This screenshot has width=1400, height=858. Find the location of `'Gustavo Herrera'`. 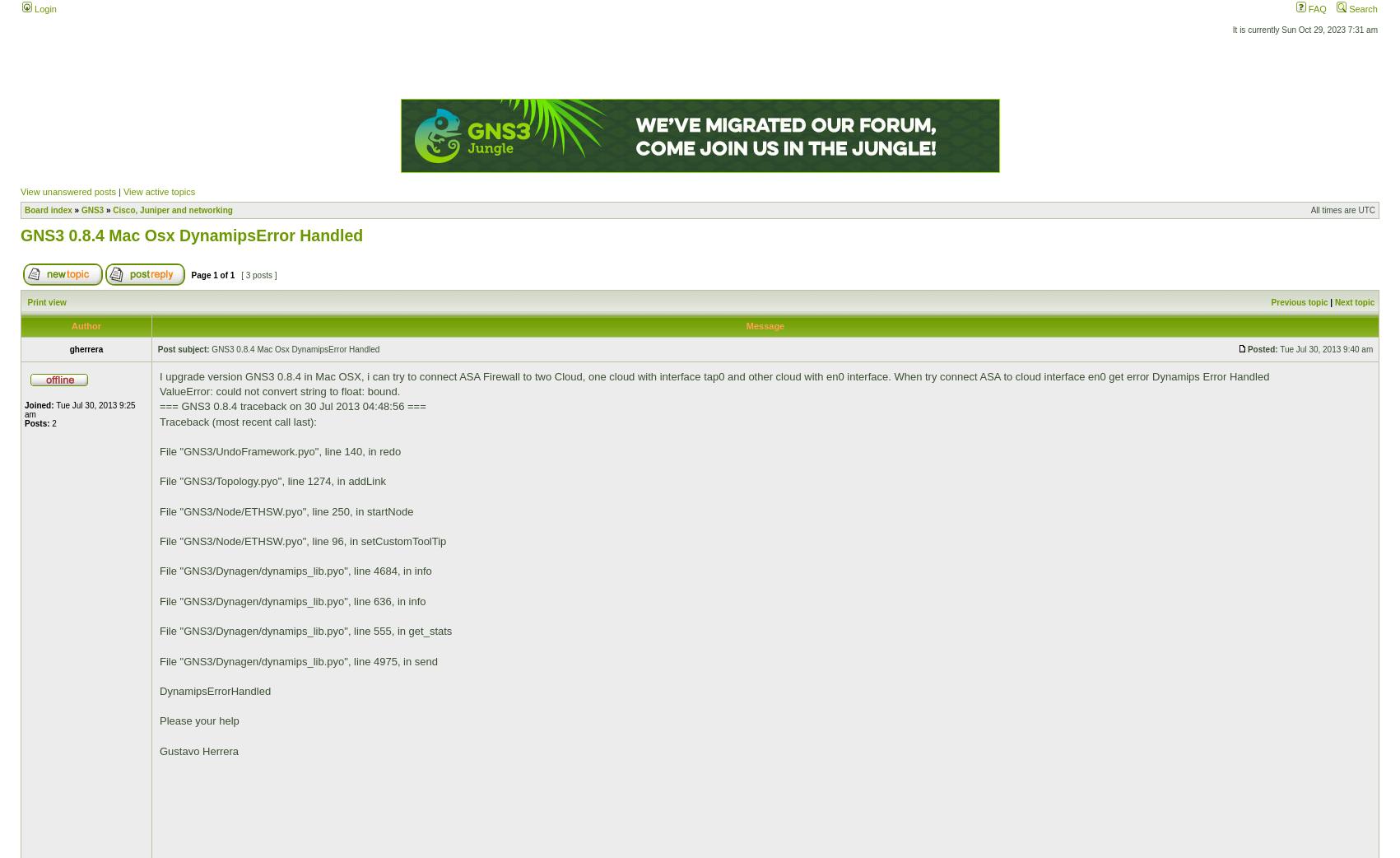

'Gustavo Herrera' is located at coordinates (198, 749).